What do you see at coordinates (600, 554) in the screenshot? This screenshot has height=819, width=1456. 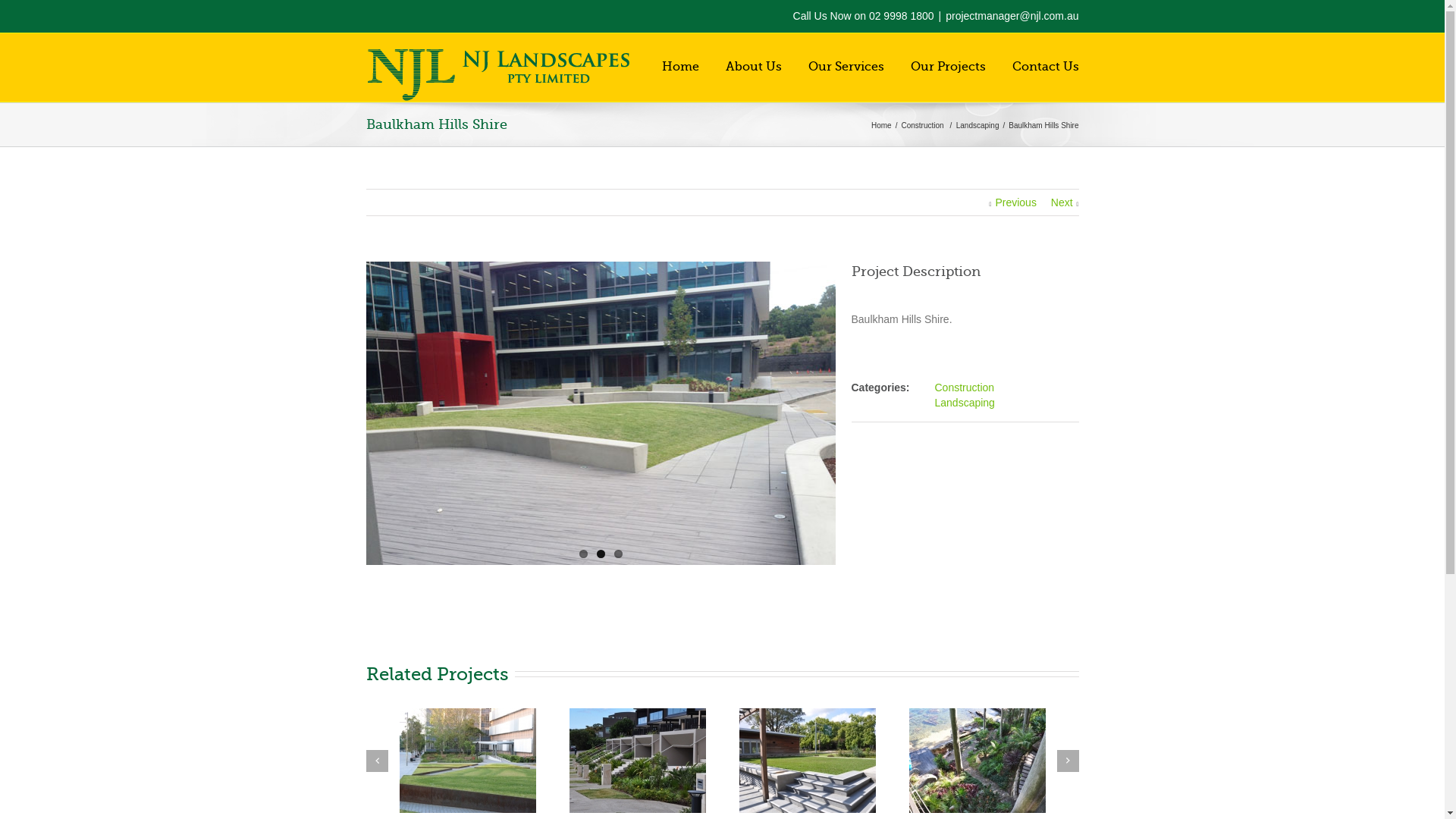 I see `'2'` at bounding box center [600, 554].